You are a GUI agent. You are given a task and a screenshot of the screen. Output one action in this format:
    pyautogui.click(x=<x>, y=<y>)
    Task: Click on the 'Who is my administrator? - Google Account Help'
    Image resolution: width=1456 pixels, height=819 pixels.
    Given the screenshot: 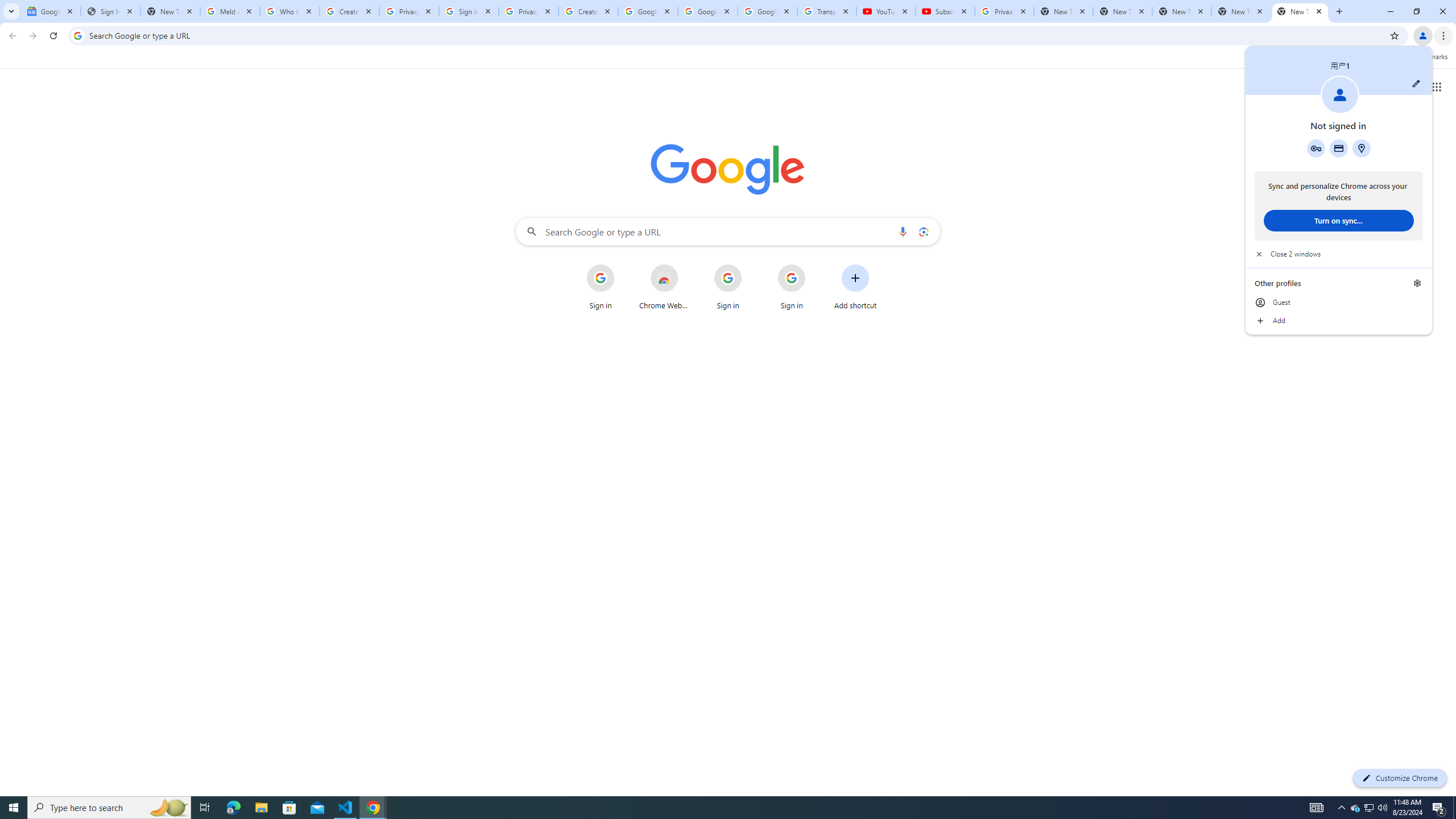 What is the action you would take?
    pyautogui.click(x=289, y=11)
    